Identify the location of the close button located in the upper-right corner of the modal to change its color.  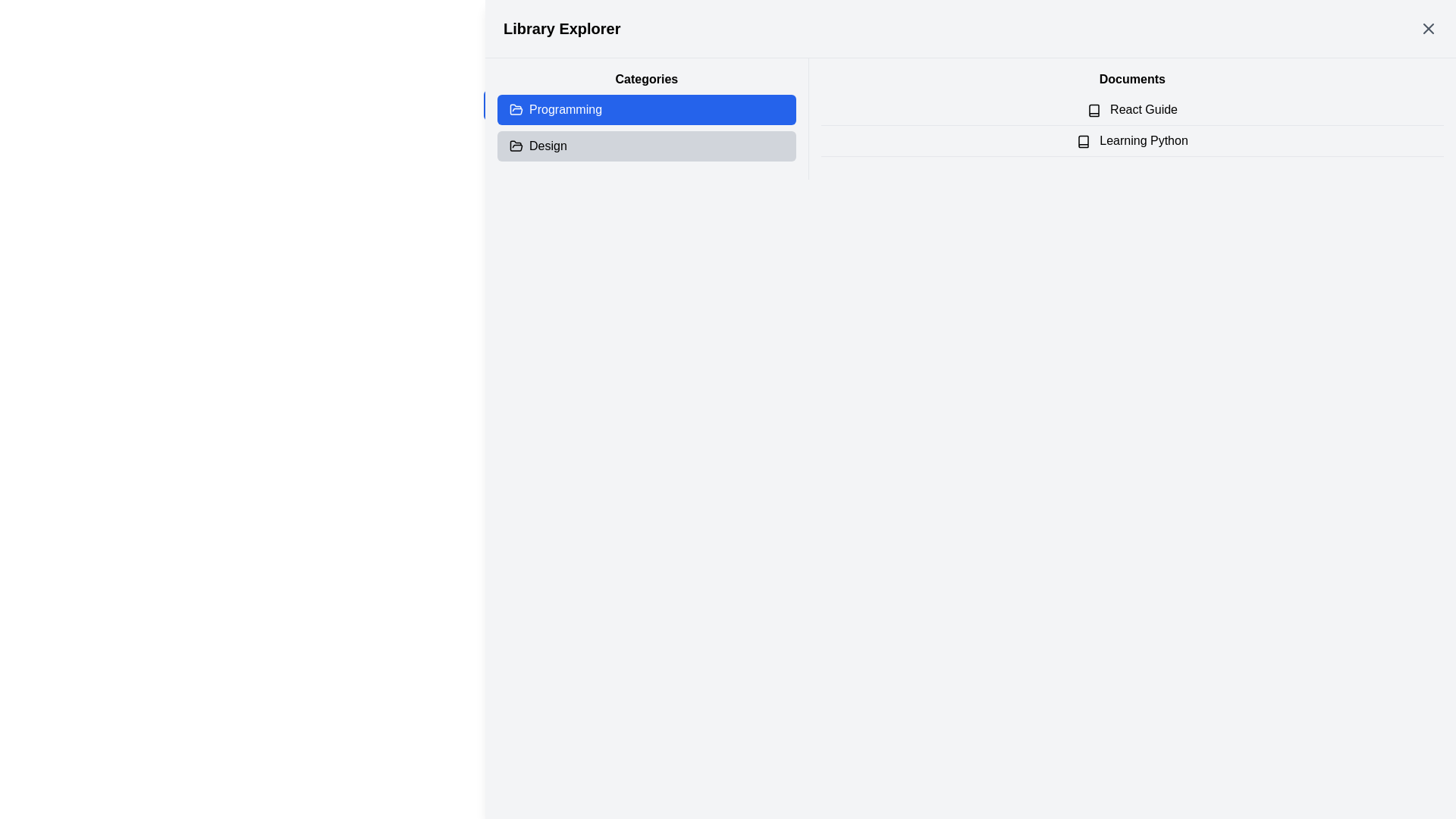
(1427, 29).